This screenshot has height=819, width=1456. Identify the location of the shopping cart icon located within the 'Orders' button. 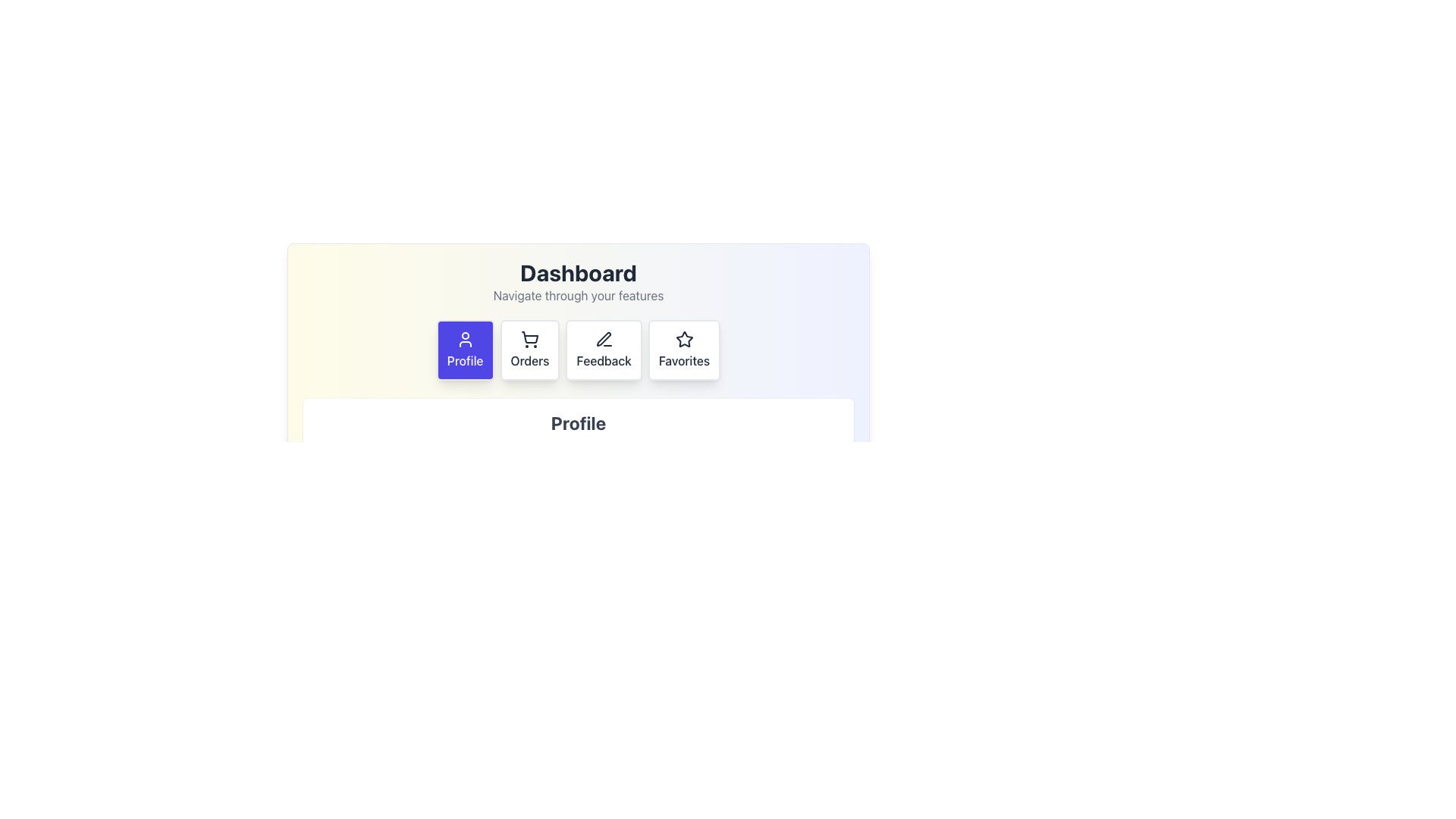
(529, 338).